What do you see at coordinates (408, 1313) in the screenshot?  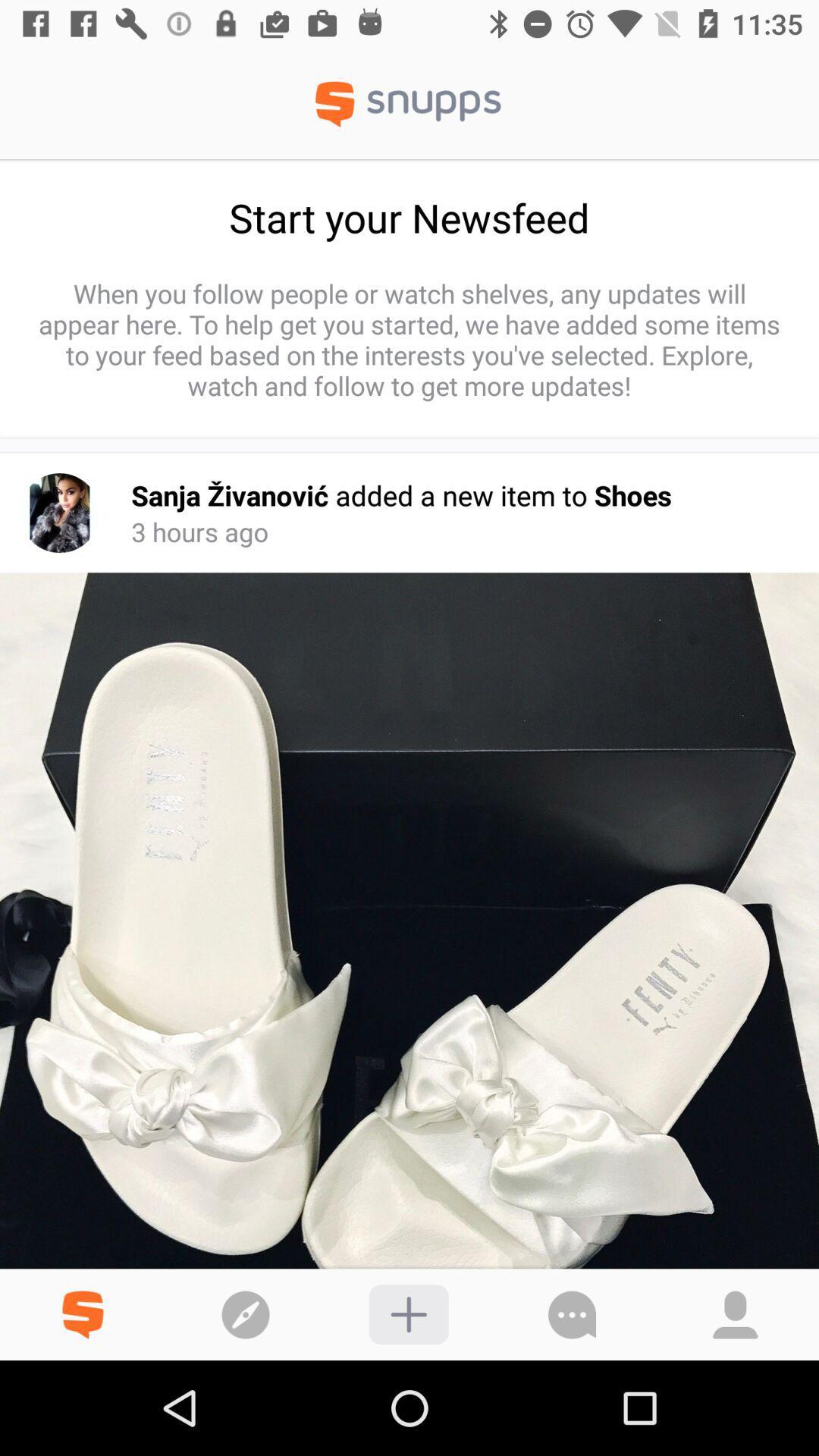 I see `to list` at bounding box center [408, 1313].